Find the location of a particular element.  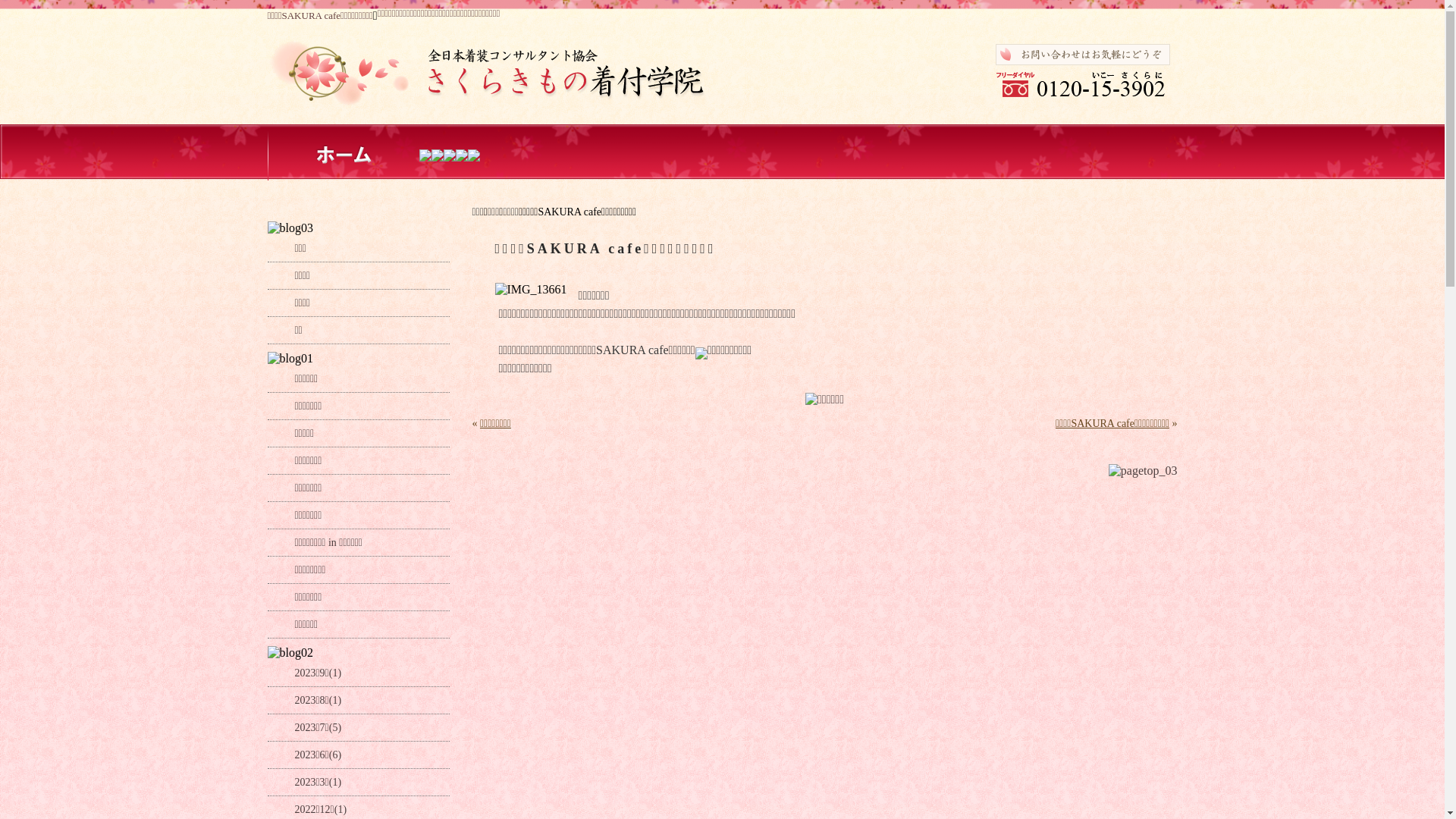

'IMG_1366[1]' is located at coordinates (530, 289).